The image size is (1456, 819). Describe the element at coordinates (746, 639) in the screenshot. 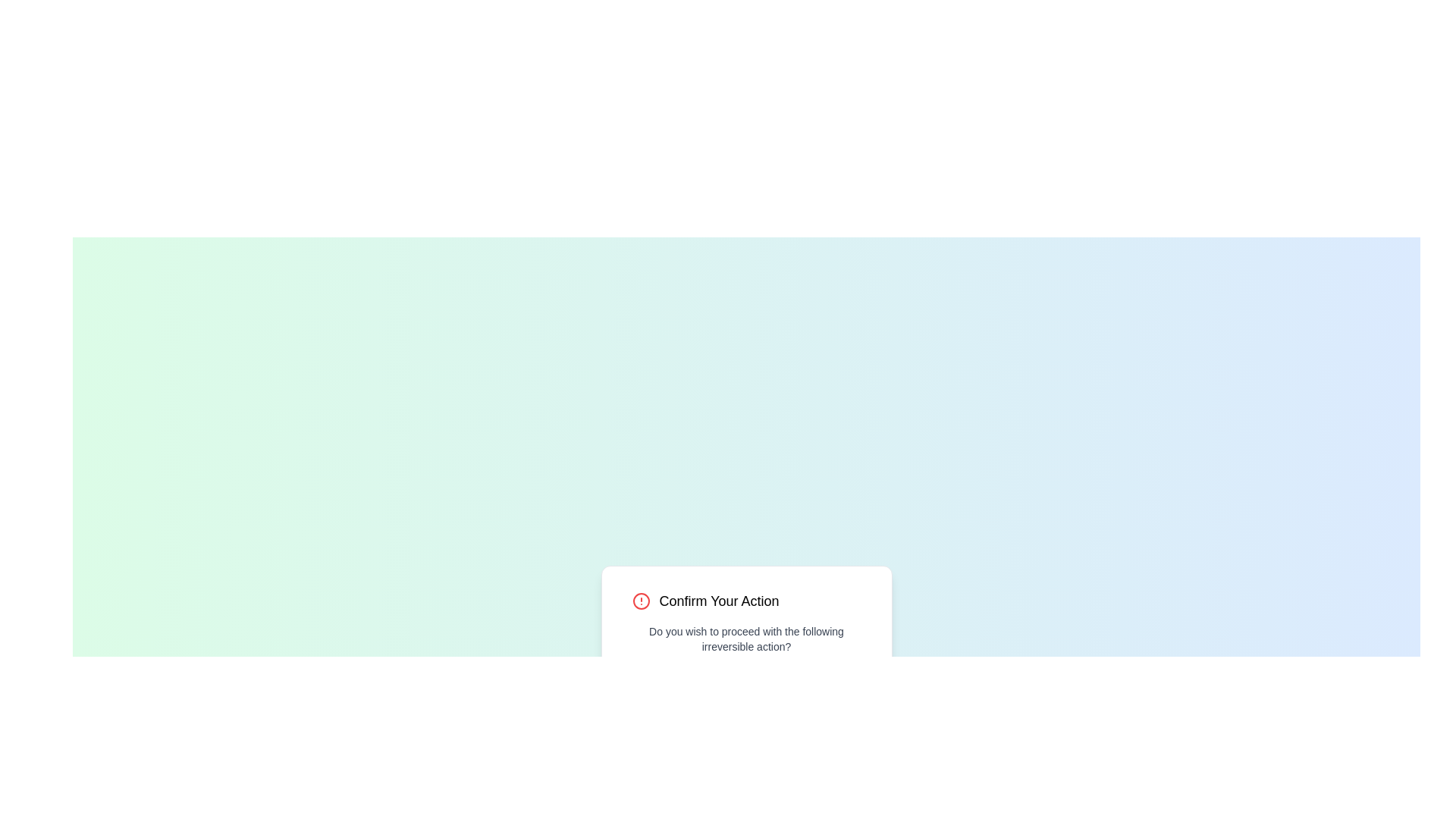

I see `the text label that prompts 'Do you wish to proceed with the following irreversible action?' located below the title 'Confirm Your Action' in the dialog box` at that location.